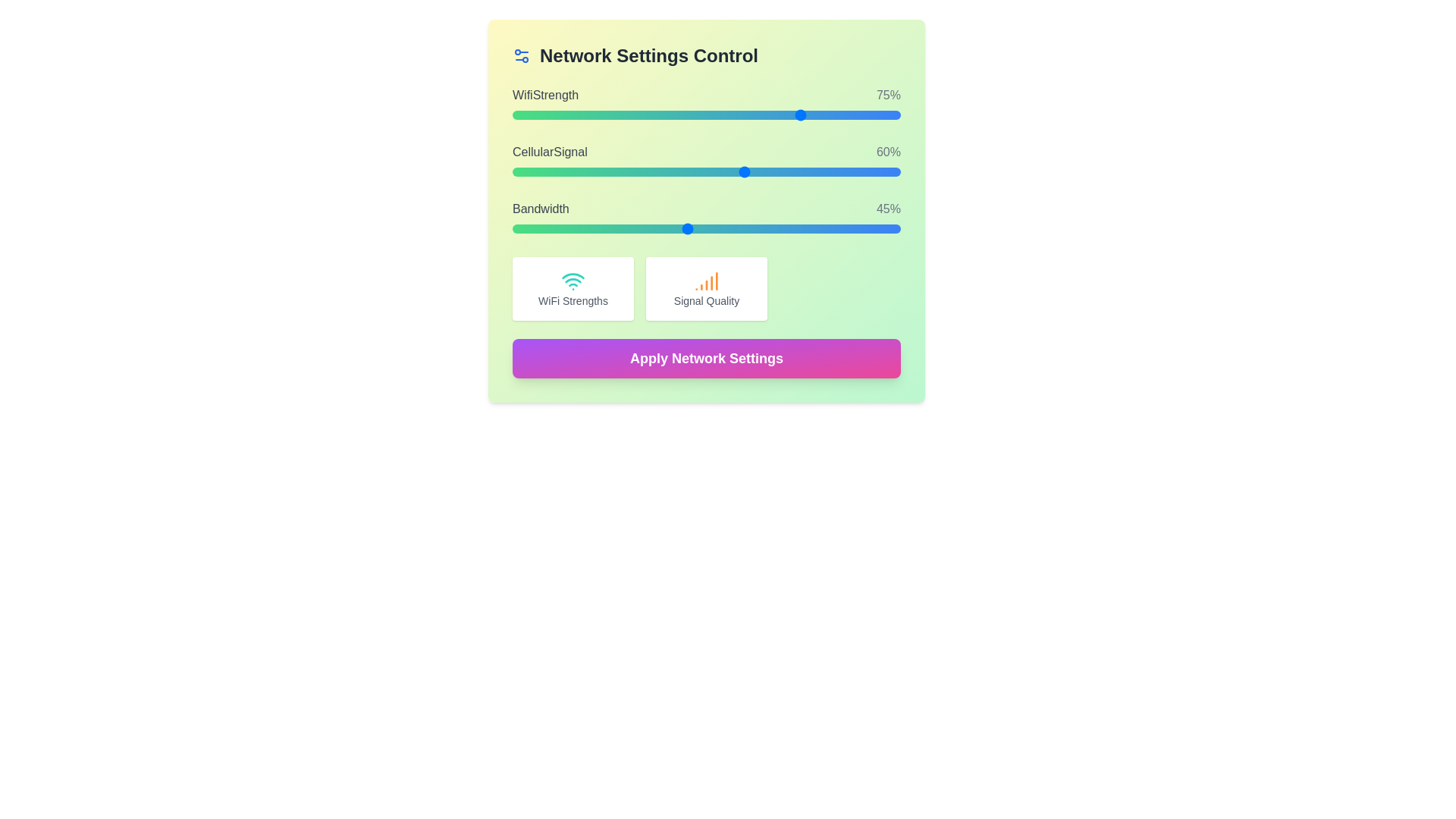  I want to click on the 'cellularSignal 60%' label, which describes the cellular signal level in the Network Settings Control panel, so click(549, 152).